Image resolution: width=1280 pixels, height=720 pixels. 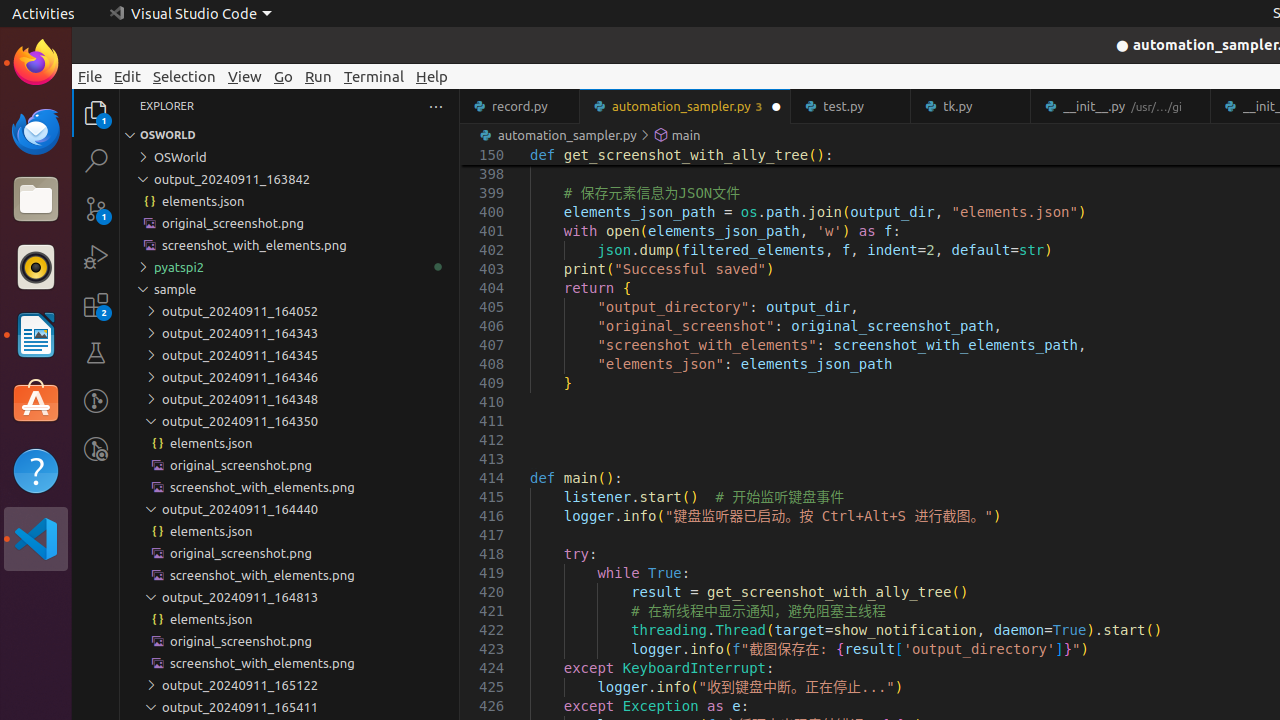 What do you see at coordinates (288, 684) in the screenshot?
I see `'output_20240911_165122'` at bounding box center [288, 684].